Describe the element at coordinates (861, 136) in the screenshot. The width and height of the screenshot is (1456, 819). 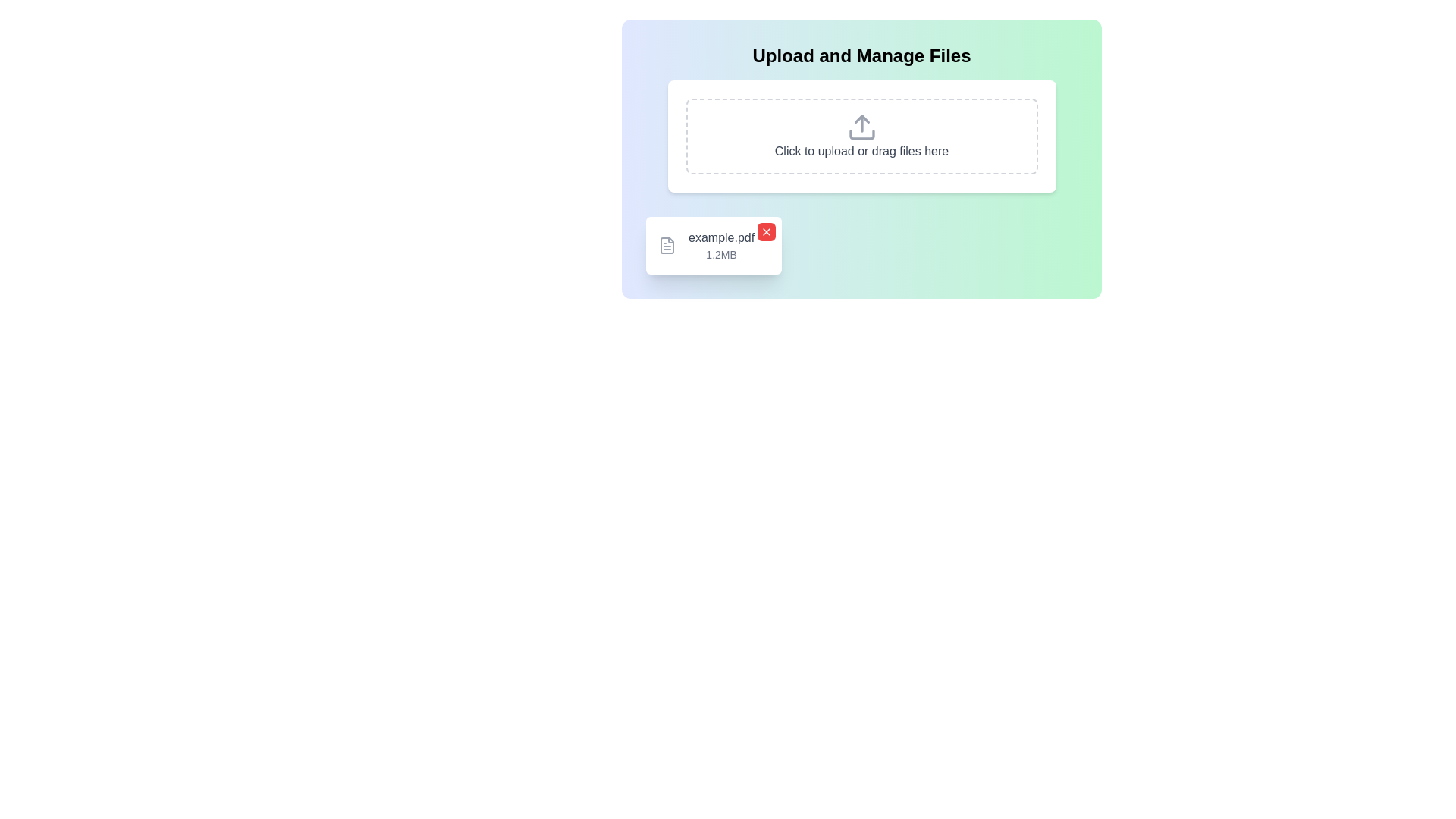
I see `files onto the Interactive file upload dropzone located below the heading 'Upload and Manage Files'` at that location.